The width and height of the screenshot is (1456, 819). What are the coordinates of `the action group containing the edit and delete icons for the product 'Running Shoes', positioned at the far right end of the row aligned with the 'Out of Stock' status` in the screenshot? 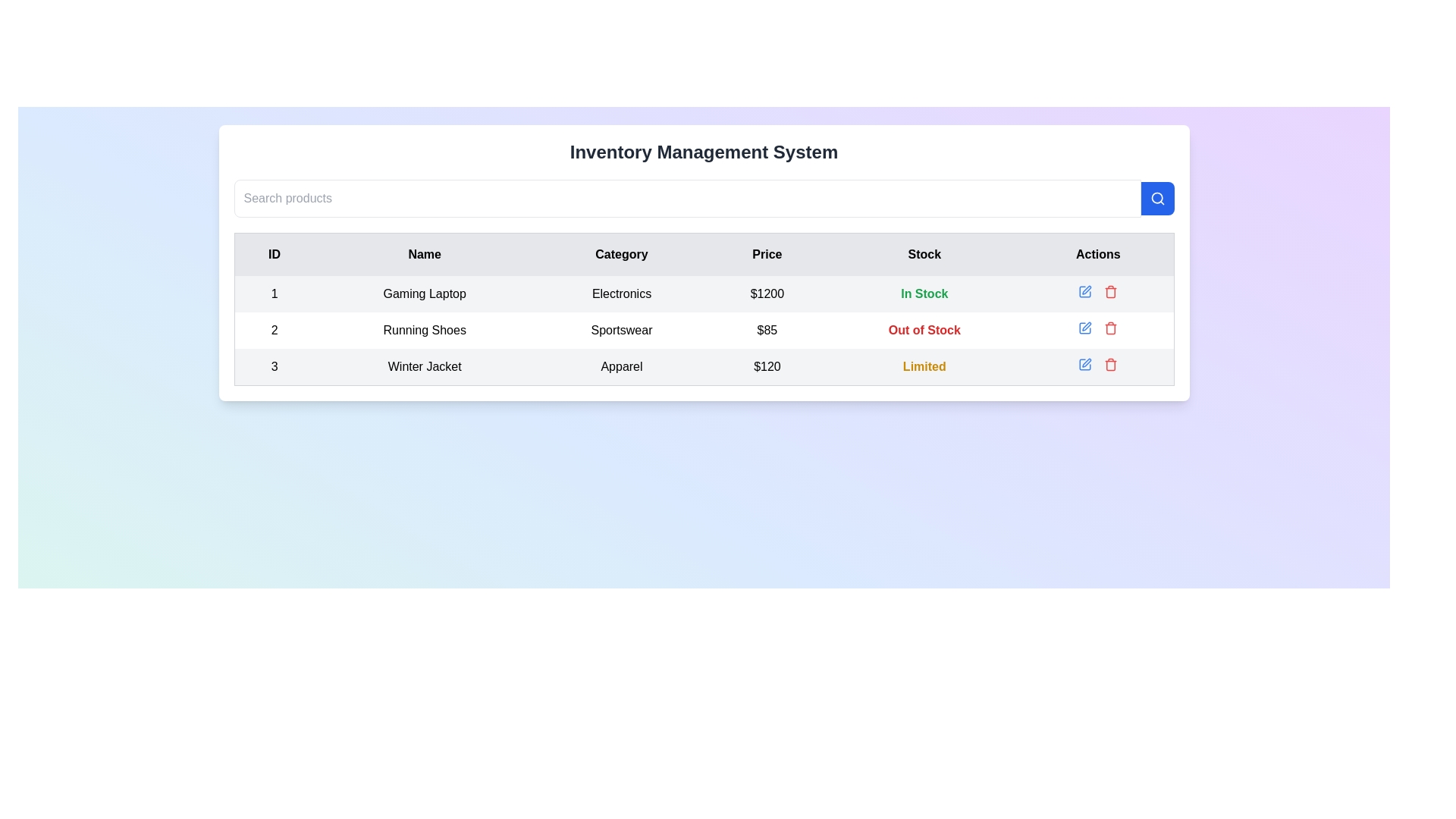 It's located at (1098, 327).